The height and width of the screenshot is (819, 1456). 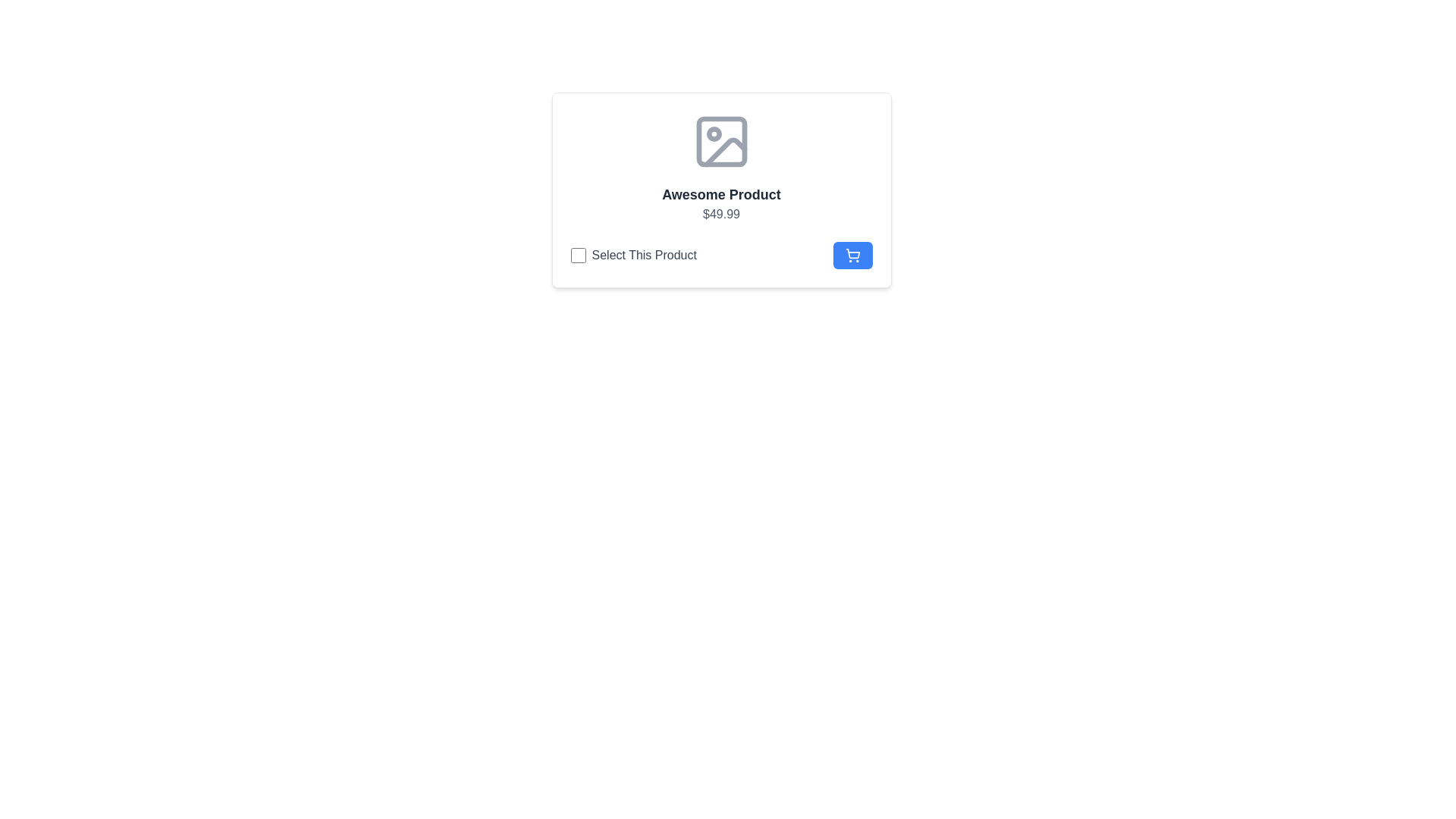 What do you see at coordinates (720, 141) in the screenshot?
I see `the decorative SVG shape that is centrally located within the image icon above the title 'Awesome Product'` at bounding box center [720, 141].